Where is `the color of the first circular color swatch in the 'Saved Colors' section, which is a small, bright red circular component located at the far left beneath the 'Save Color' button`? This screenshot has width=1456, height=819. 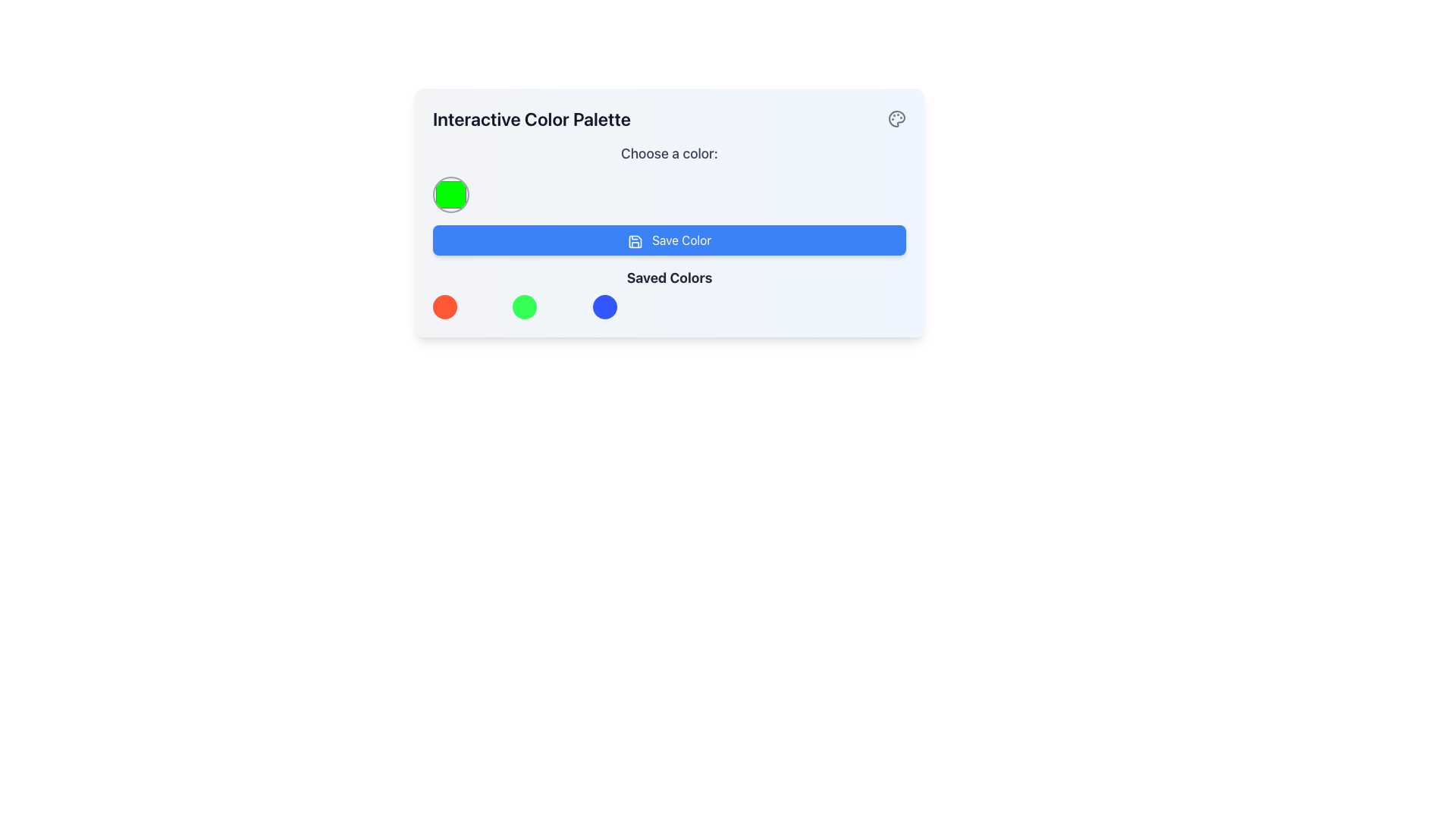
the color of the first circular color swatch in the 'Saved Colors' section, which is a small, bright red circular component located at the far left beneath the 'Save Color' button is located at coordinates (444, 307).